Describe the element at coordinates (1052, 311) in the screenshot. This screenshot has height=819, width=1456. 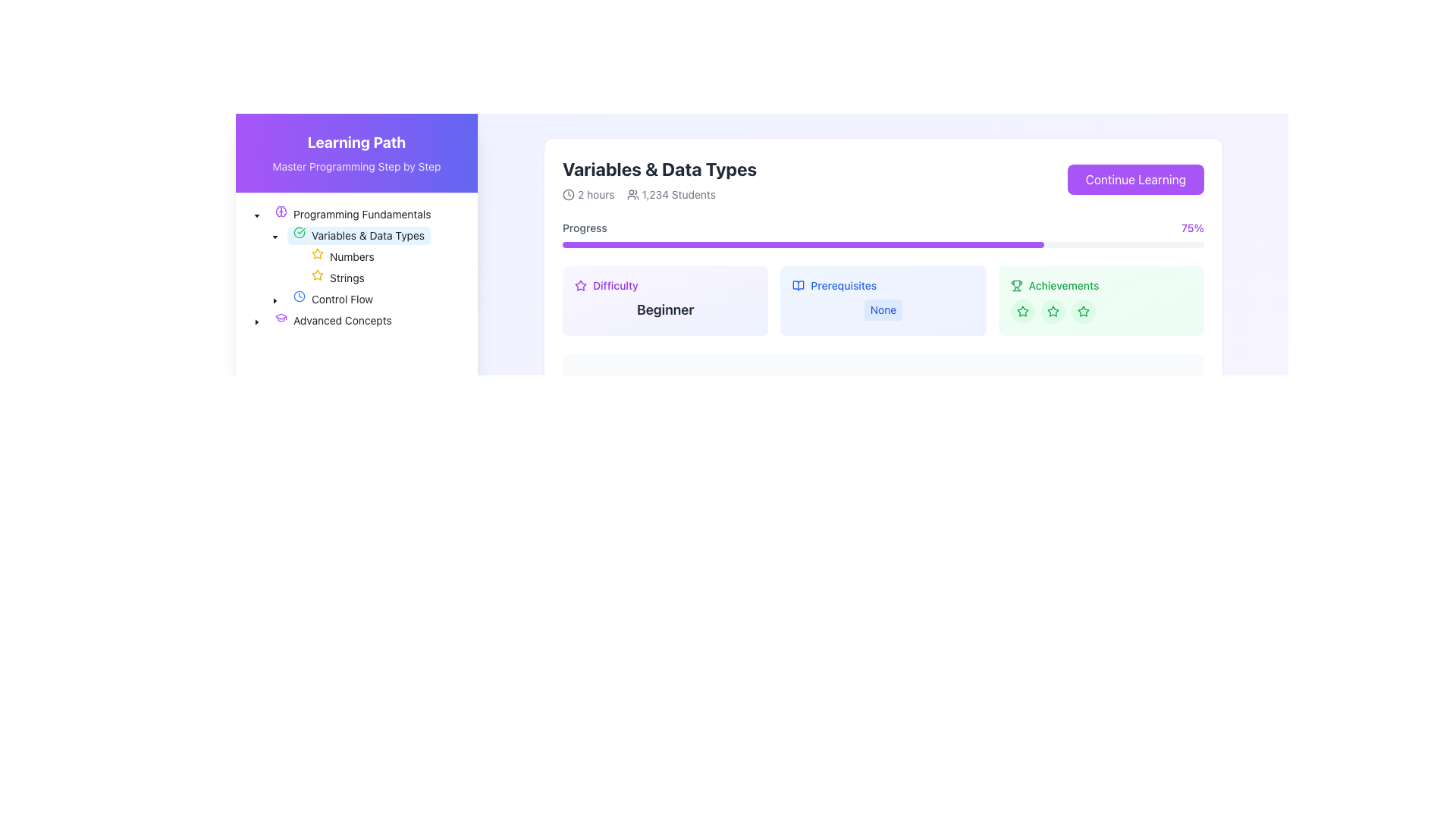
I see `the second green star icon in the Achievements section, which signifies an achievement or milestone, located between the first and third achievement icons` at that location.